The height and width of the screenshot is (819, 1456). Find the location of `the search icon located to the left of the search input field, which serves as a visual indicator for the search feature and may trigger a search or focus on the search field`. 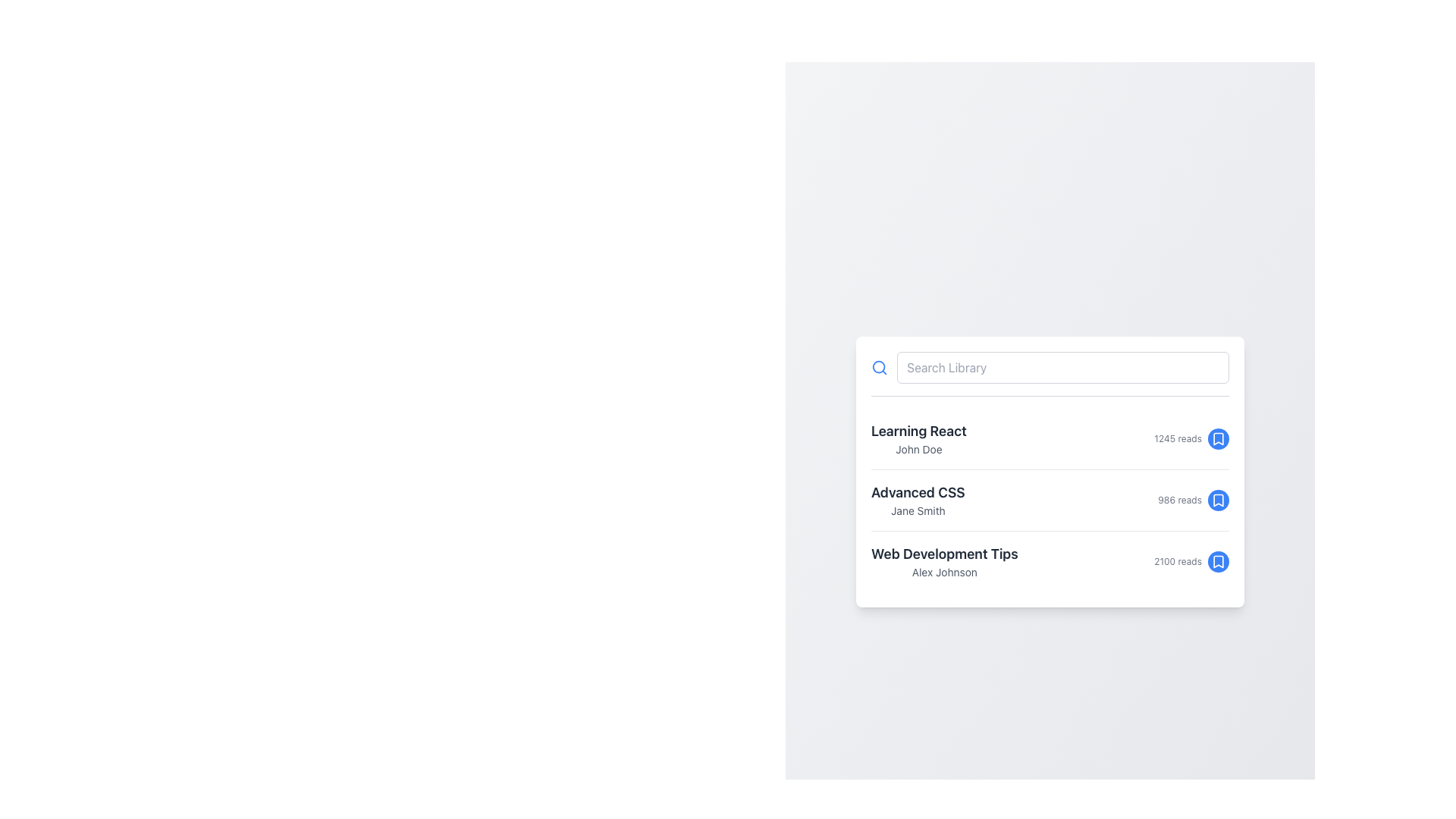

the search icon located to the left of the search input field, which serves as a visual indicator for the search feature and may trigger a search or focus on the search field is located at coordinates (880, 367).